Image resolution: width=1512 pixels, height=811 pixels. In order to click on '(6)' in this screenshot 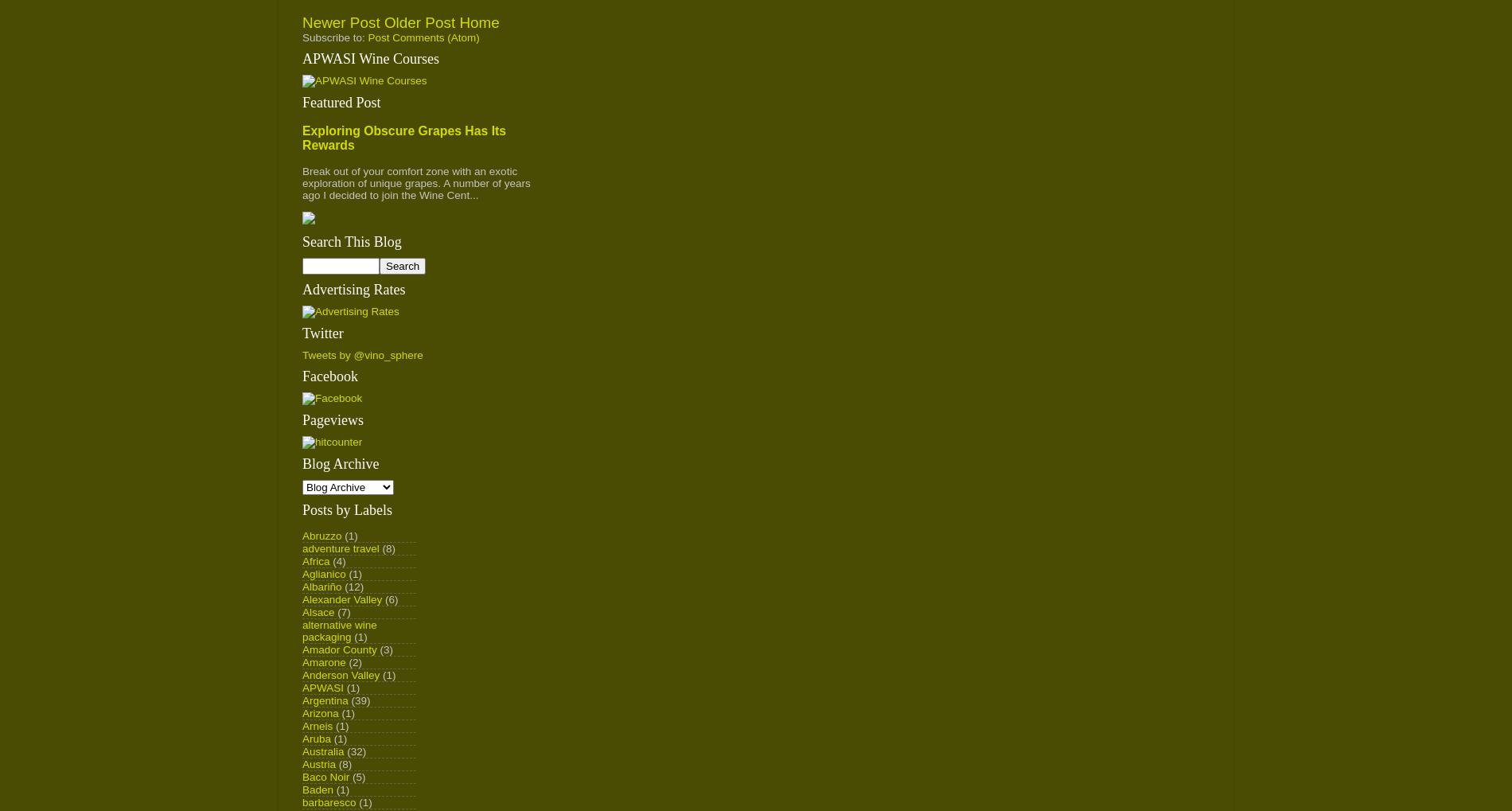, I will do `click(391, 598)`.